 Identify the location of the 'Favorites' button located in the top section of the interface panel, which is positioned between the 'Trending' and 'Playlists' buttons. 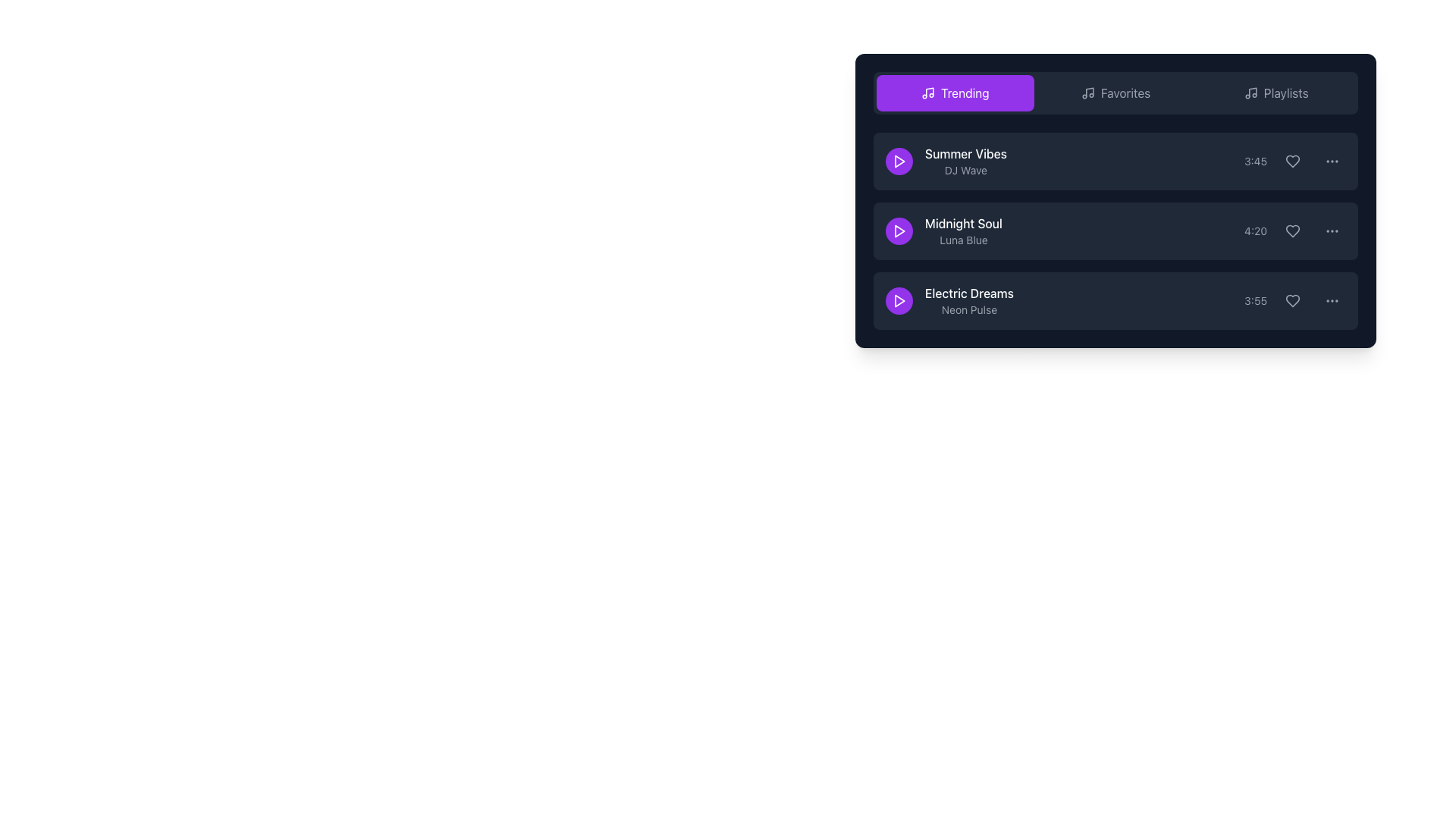
(1125, 93).